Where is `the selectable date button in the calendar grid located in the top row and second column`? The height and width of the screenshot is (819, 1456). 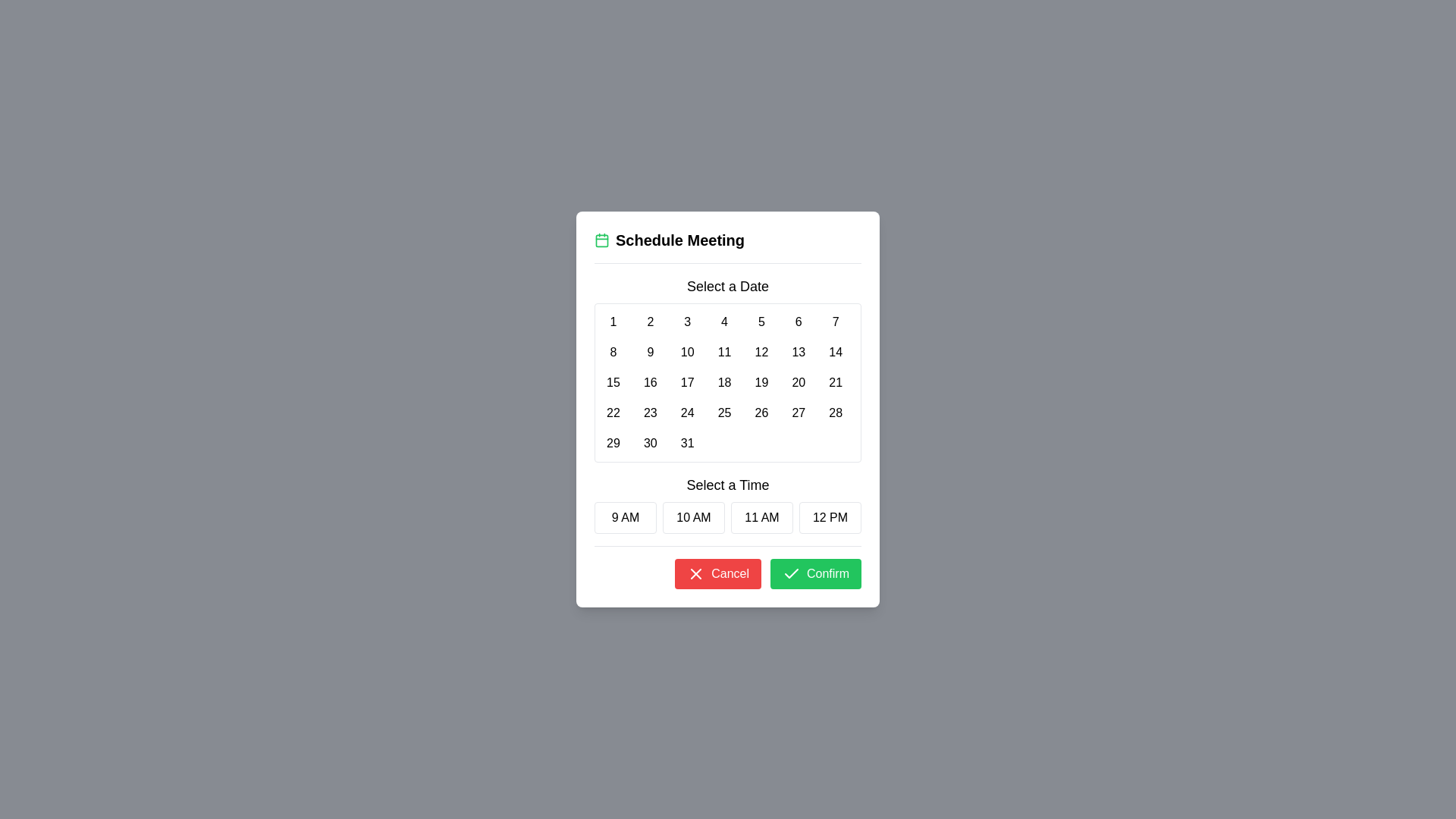 the selectable date button in the calendar grid located in the top row and second column is located at coordinates (650, 321).